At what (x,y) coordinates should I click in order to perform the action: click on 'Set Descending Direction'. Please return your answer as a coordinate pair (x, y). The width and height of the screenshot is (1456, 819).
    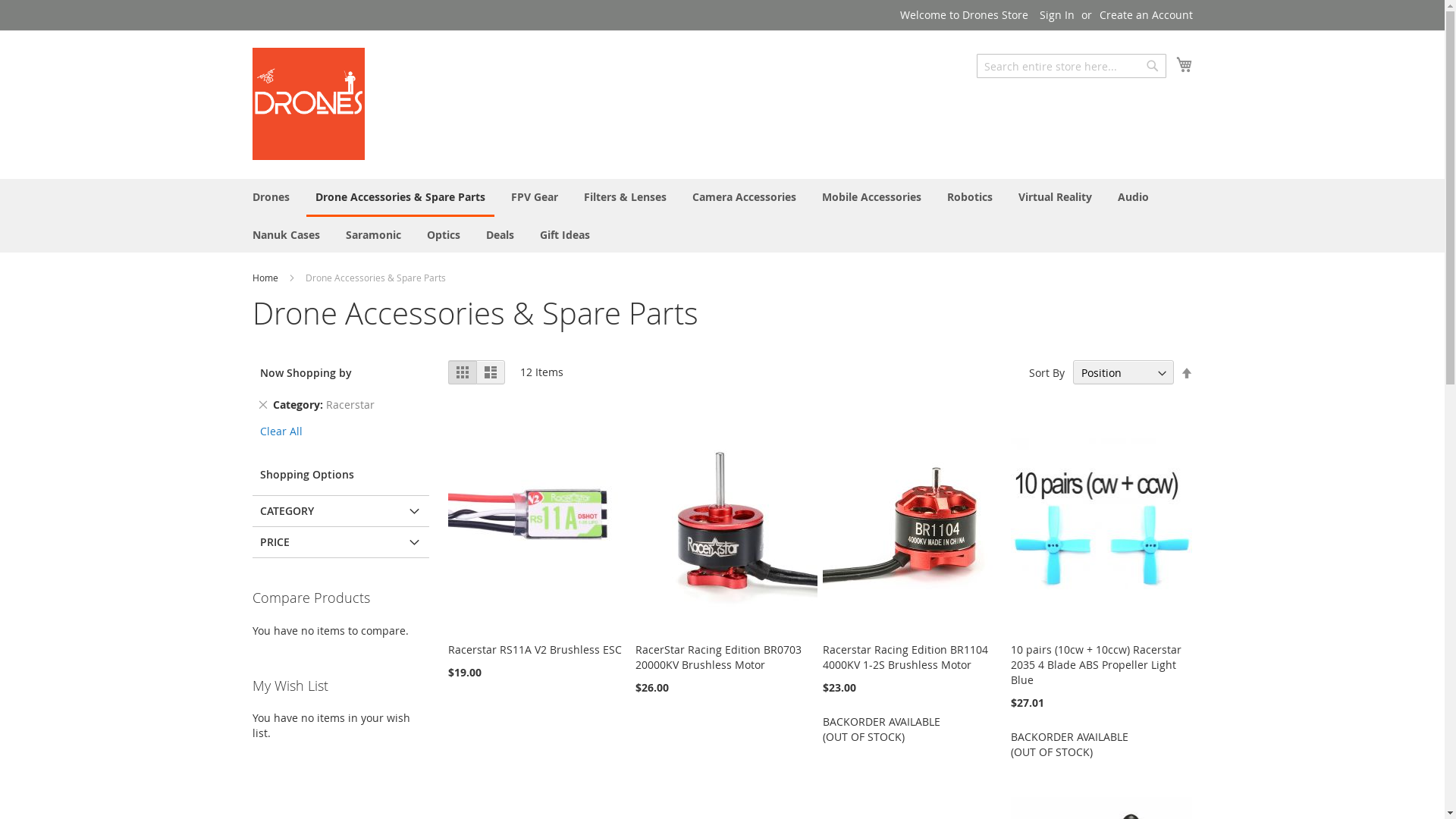
    Looking at the image, I should click on (1185, 373).